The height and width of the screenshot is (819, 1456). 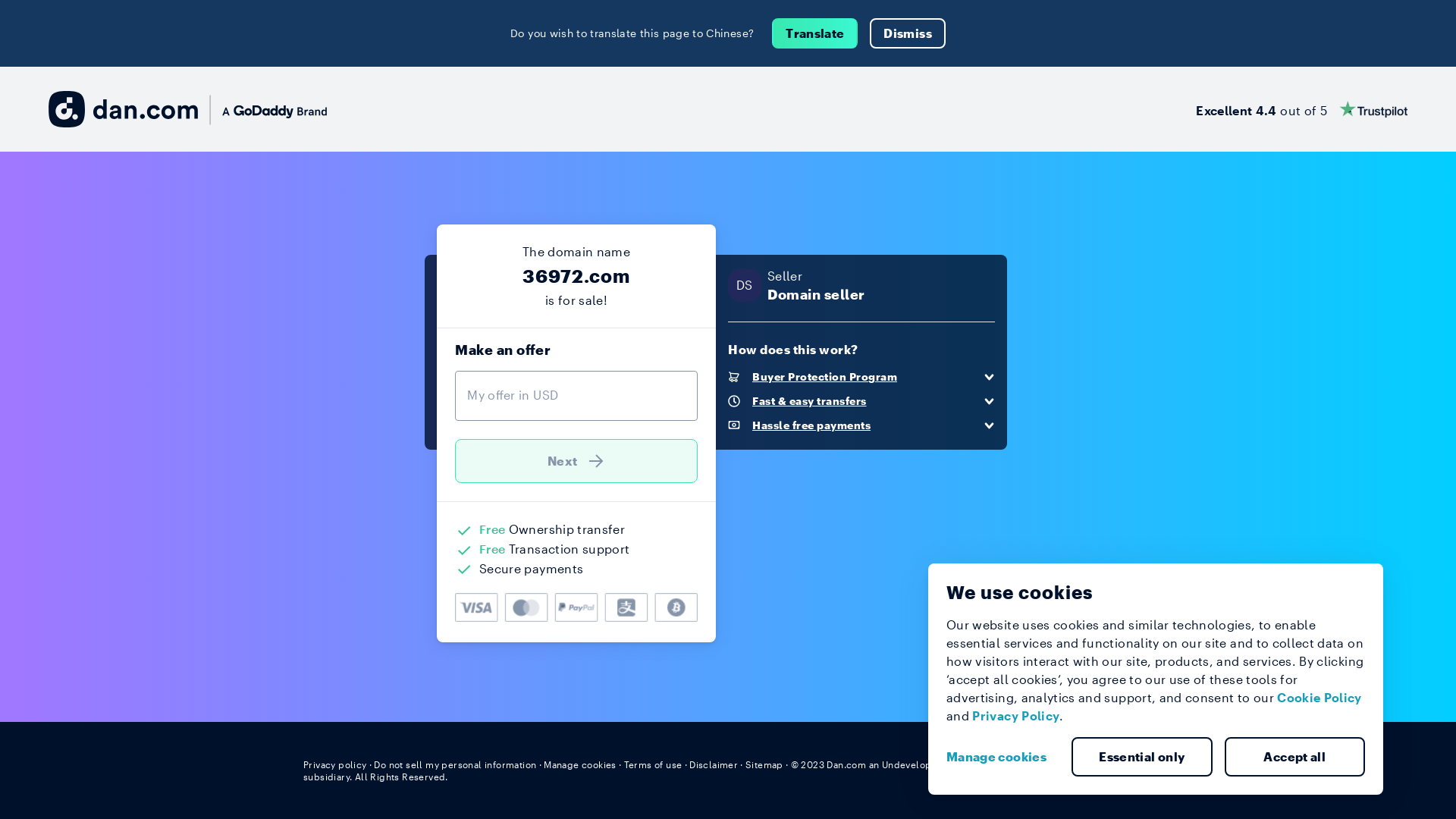 I want to click on 'Privacy Policy', so click(x=1015, y=715).